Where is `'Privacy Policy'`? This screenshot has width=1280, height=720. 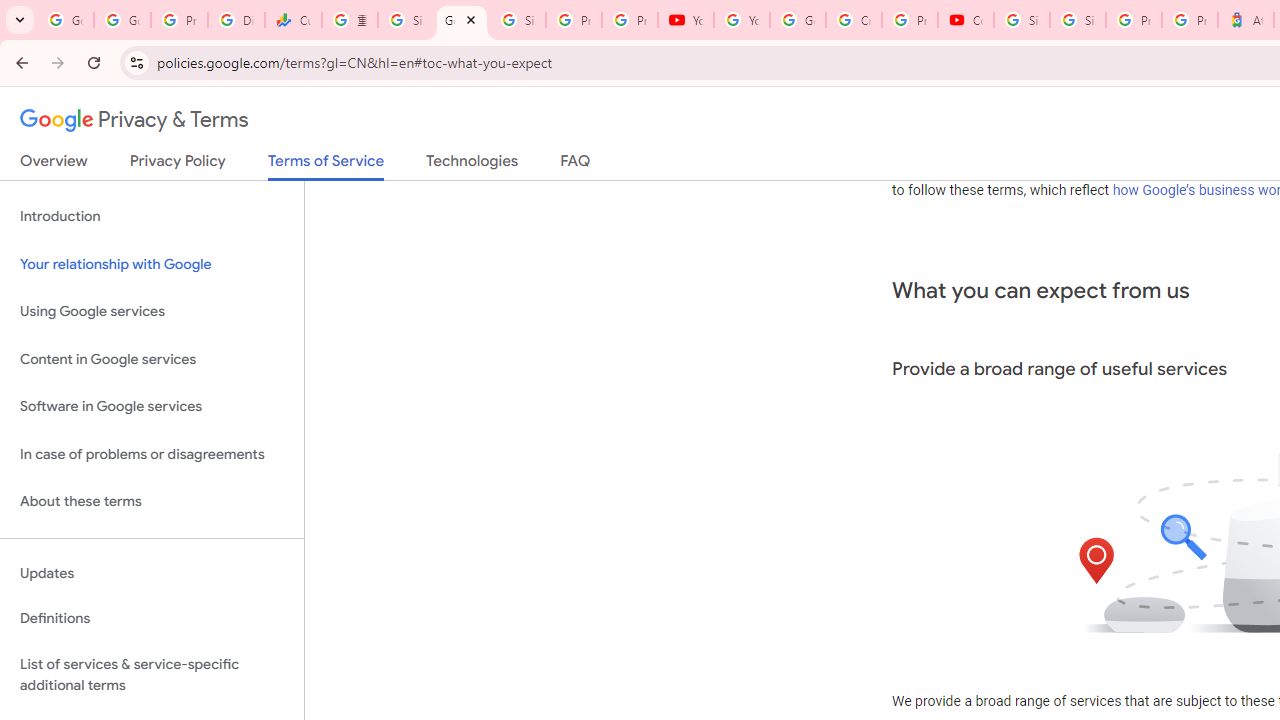
'Privacy Policy' is located at coordinates (177, 164).